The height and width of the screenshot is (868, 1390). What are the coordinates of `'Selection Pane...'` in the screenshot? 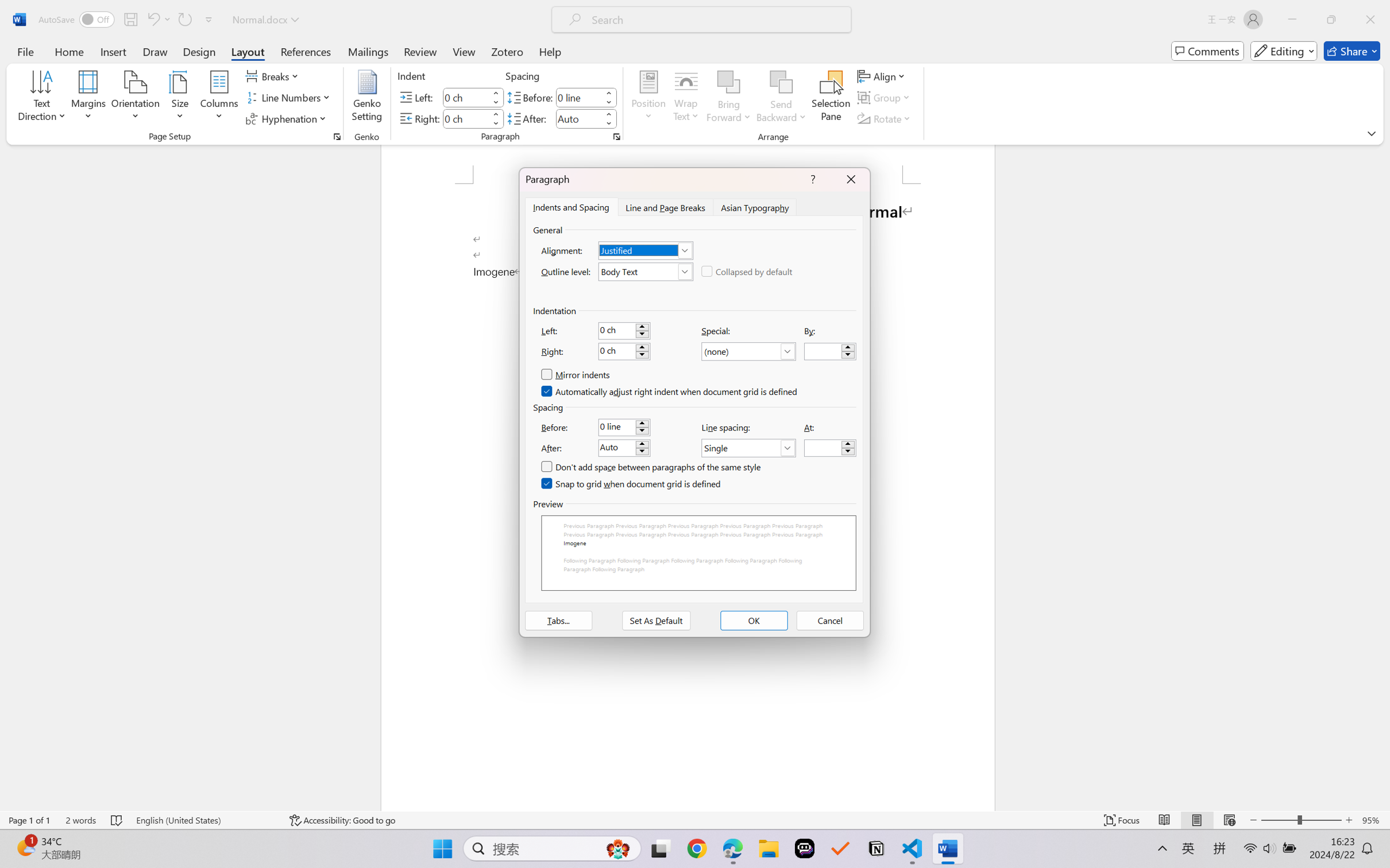 It's located at (830, 98).